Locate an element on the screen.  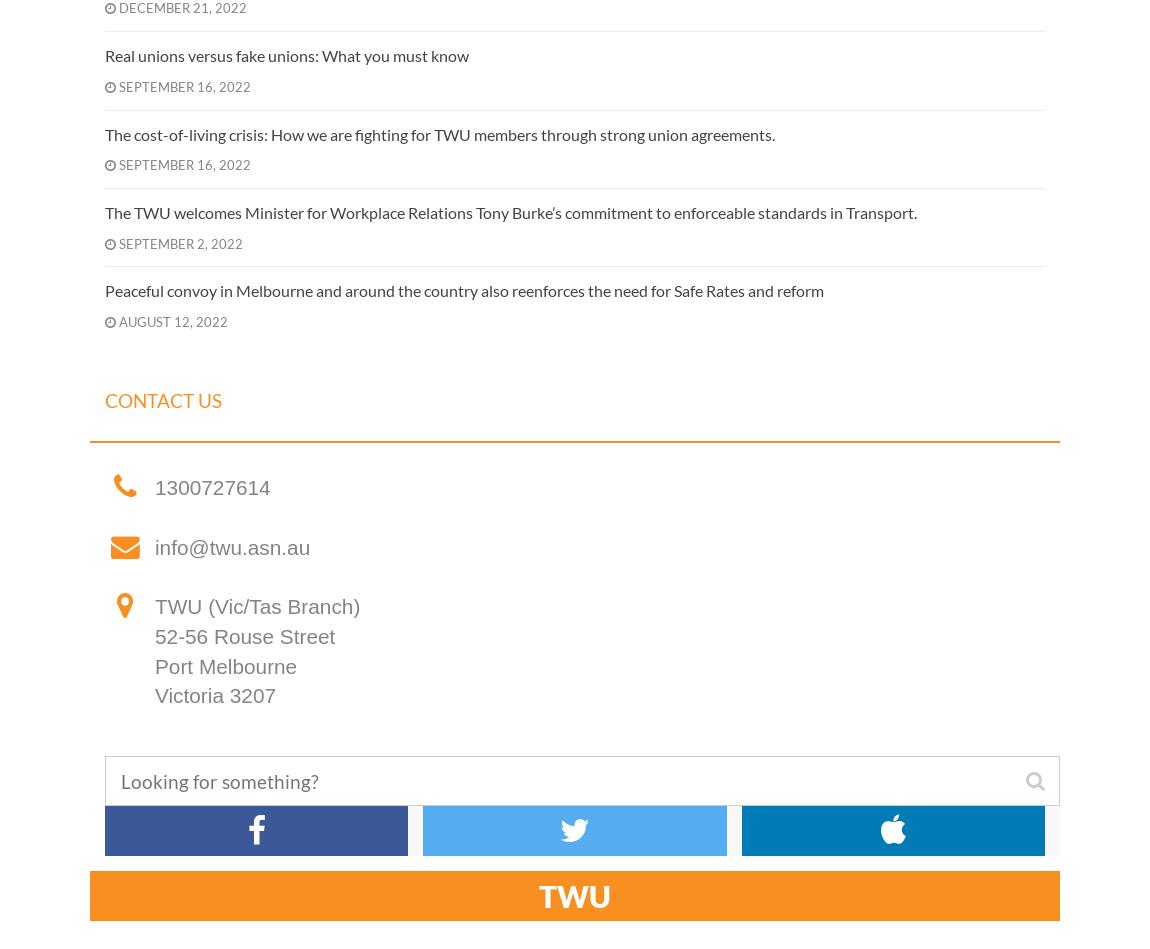
'Real unions versus fake unions: What you must know' is located at coordinates (286, 55).